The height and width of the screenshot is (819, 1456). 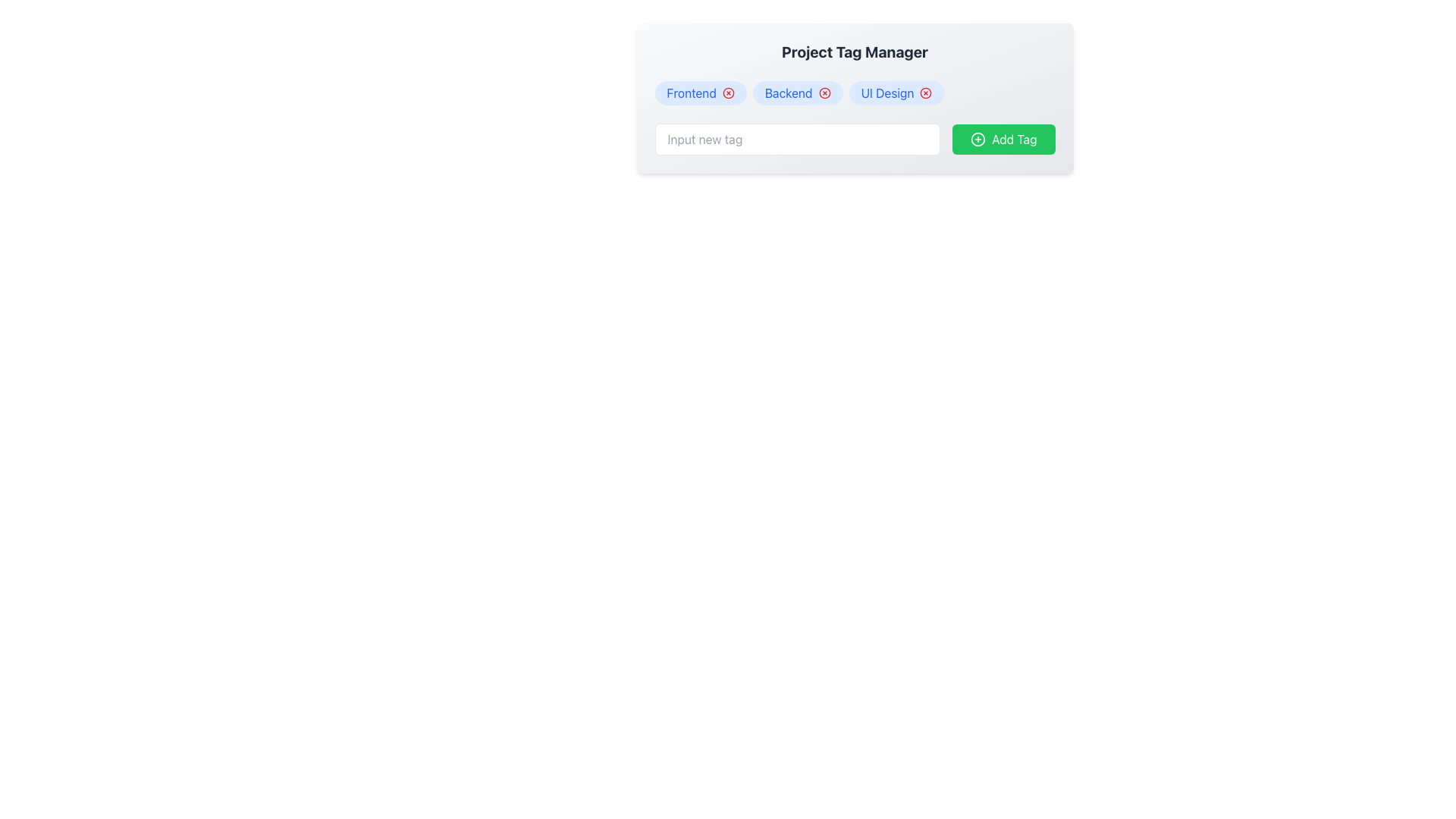 I want to click on the delete icon button for the 'Backend' tag in the Project Tag Manager interface for keyboard accessibility, so click(x=824, y=93).